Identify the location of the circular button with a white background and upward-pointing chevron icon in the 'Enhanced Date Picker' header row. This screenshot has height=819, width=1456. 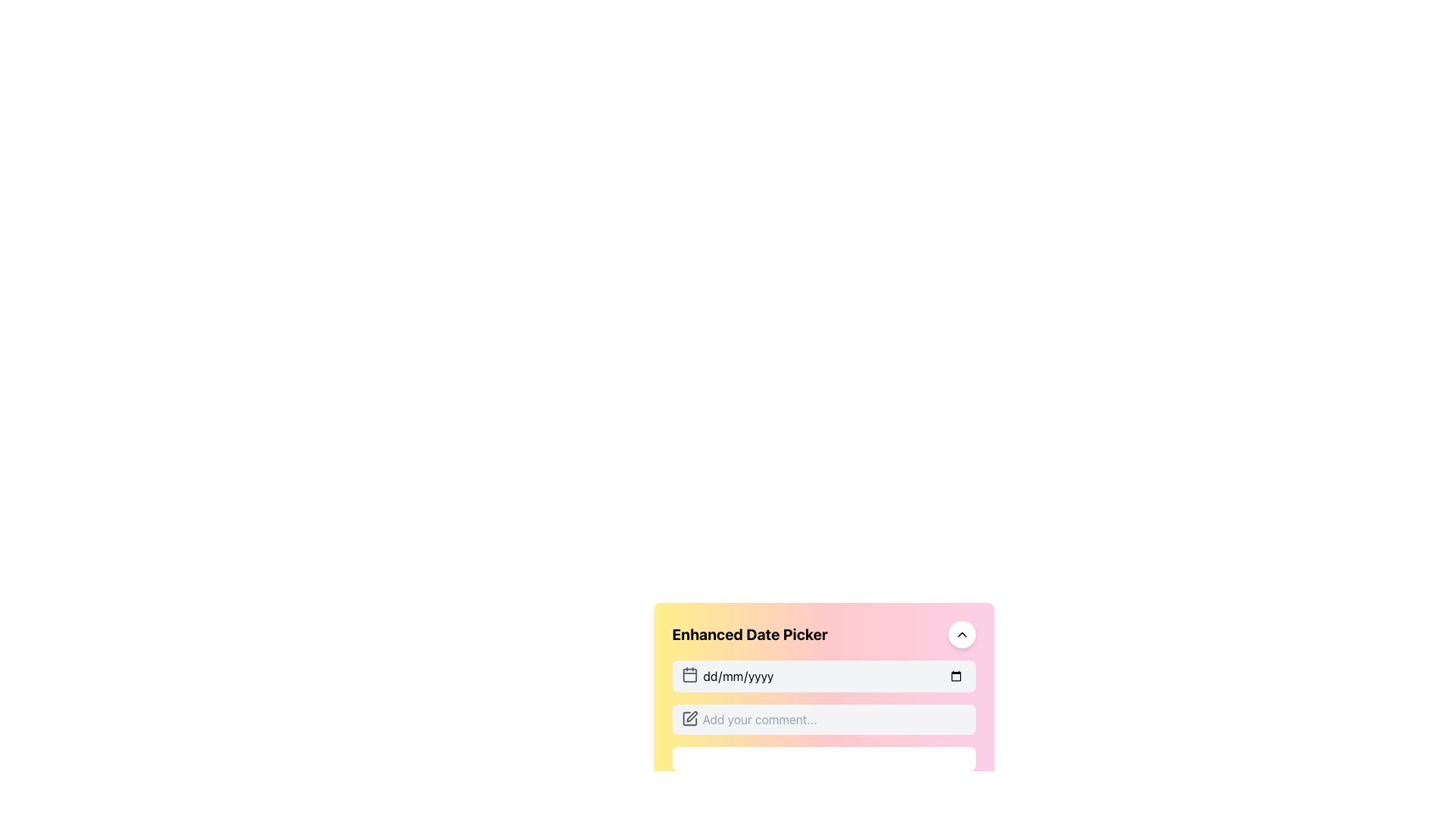
(961, 635).